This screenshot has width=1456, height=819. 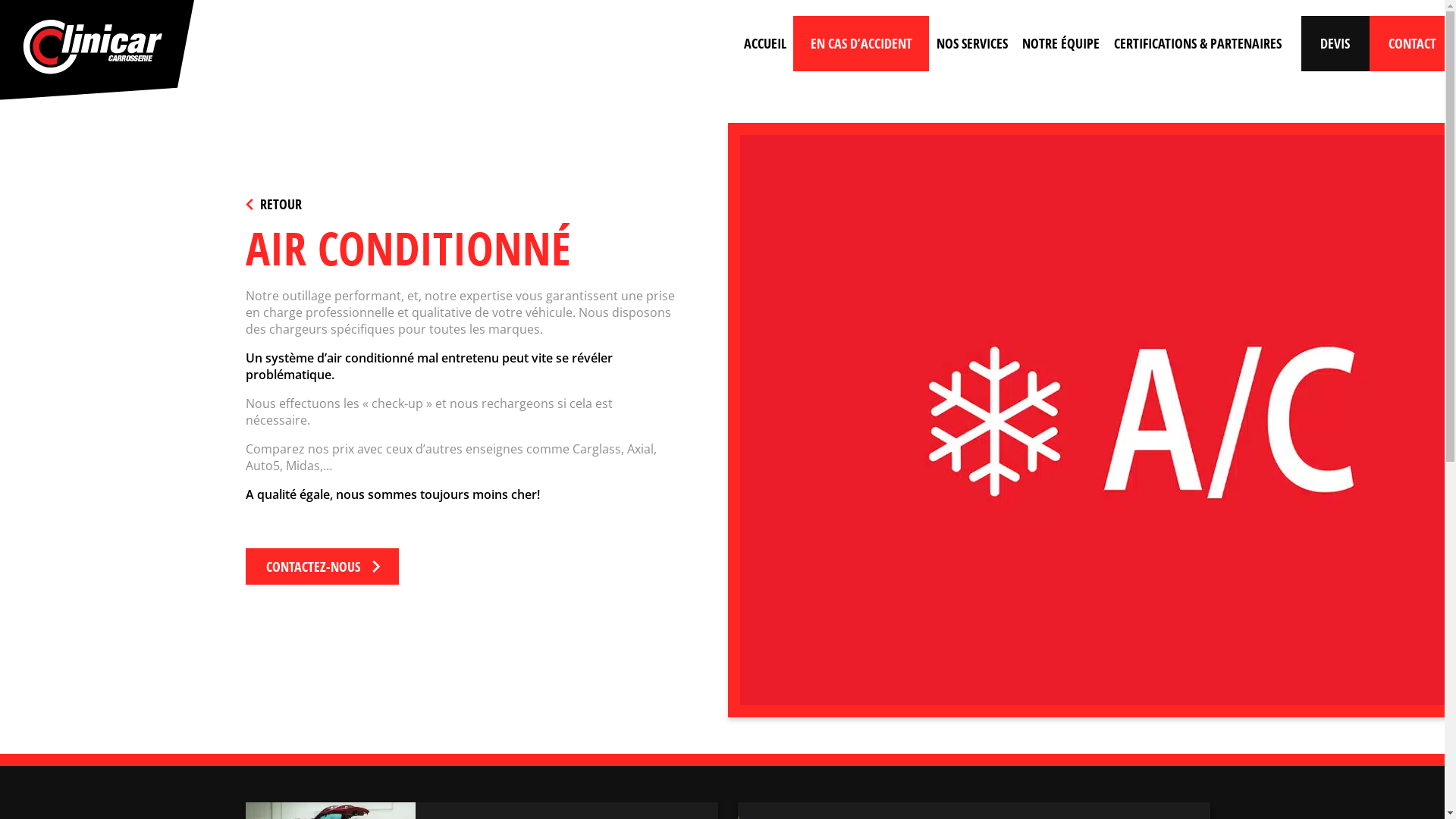 I want to click on 'CONTACTEZ-NOUS', so click(x=322, y=566).